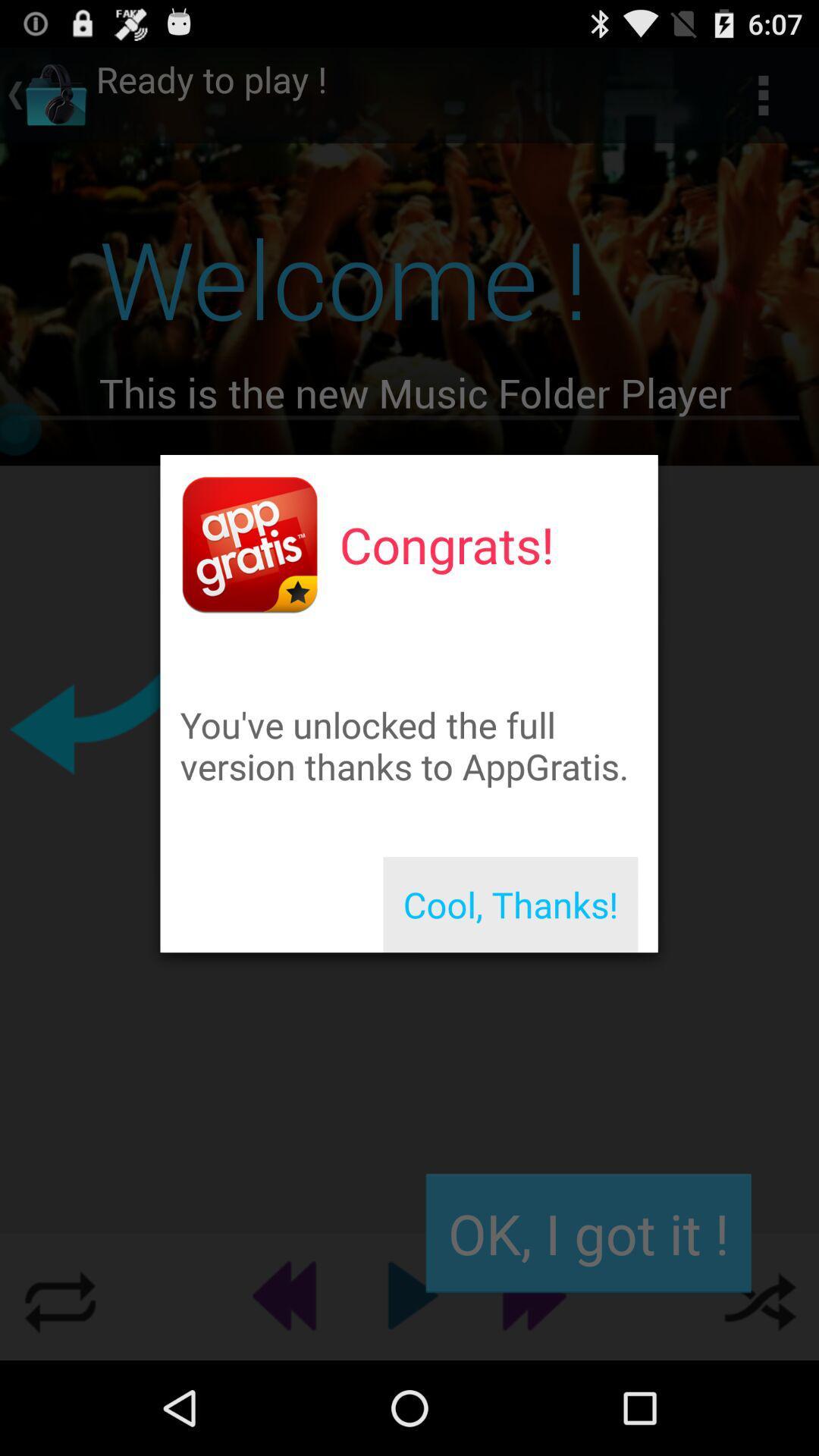 The image size is (819, 1456). What do you see at coordinates (510, 905) in the screenshot?
I see `item below you ve unlocked item` at bounding box center [510, 905].